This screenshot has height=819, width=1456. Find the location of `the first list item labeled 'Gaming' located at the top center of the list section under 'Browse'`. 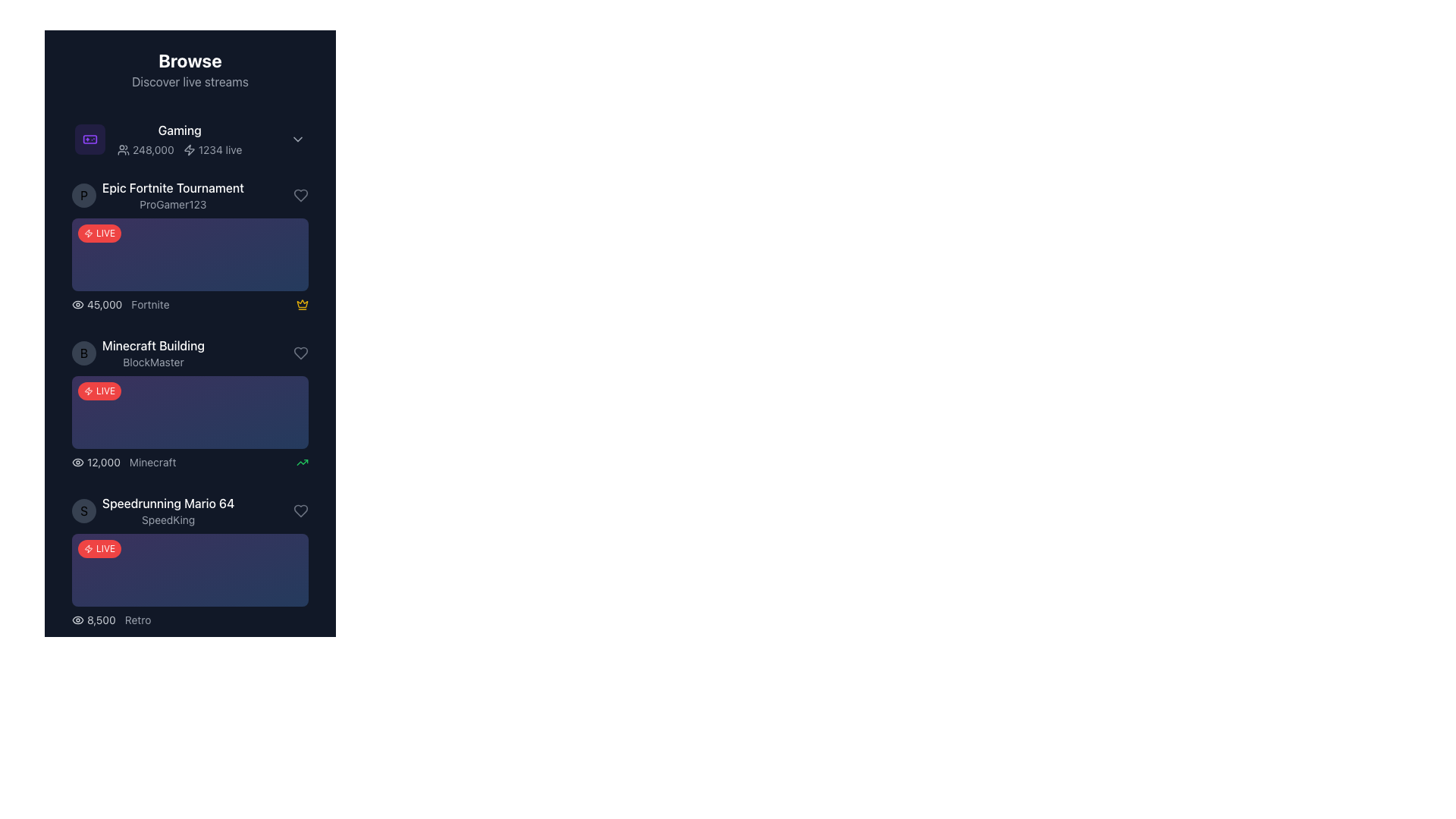

the first list item labeled 'Gaming' located at the top center of the list section under 'Browse' is located at coordinates (182, 140).